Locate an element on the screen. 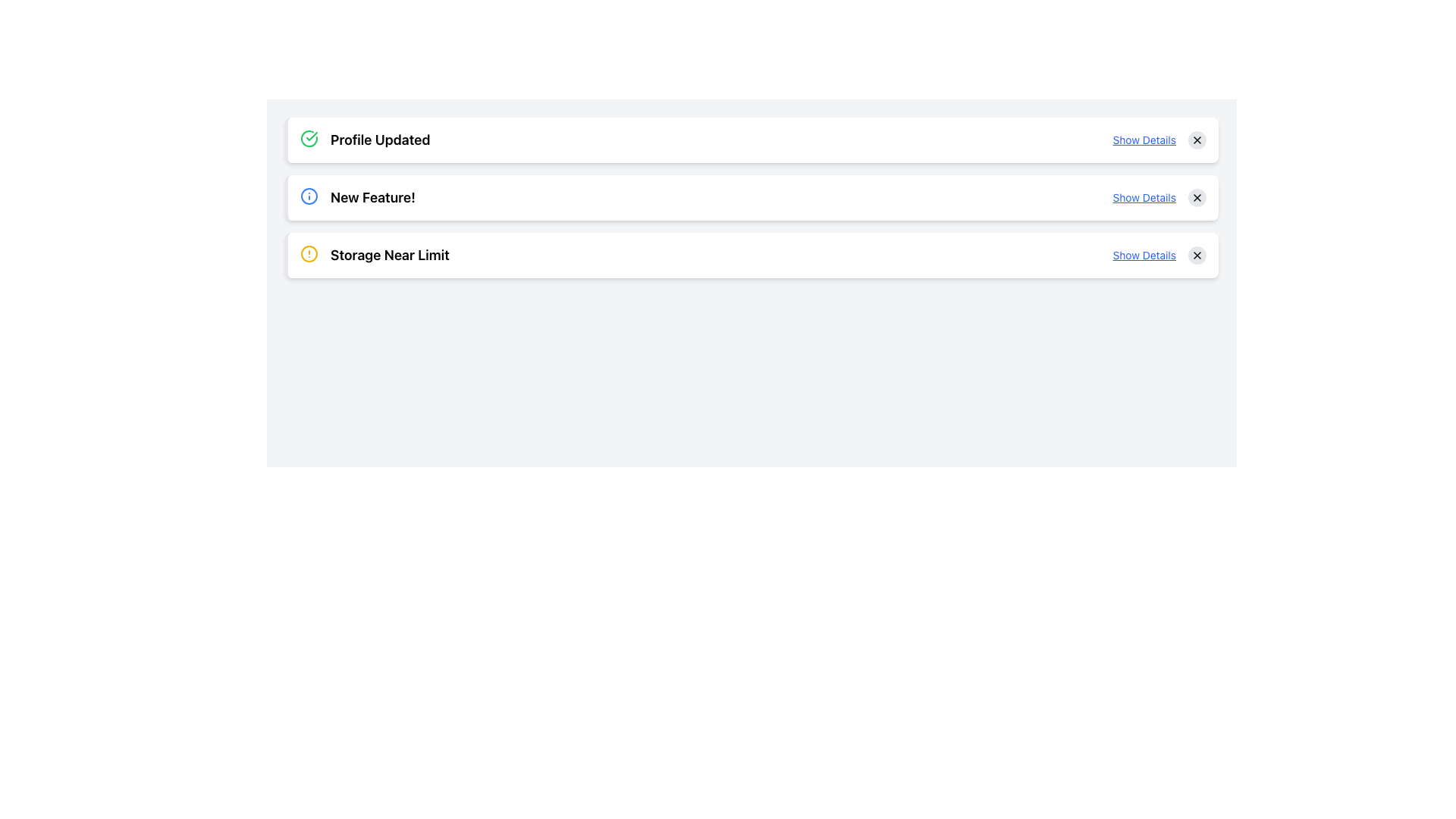  the success notification text label indicating that a profile update operation was successful, located near the top of the interface to the right of a green check-circle icon is located at coordinates (380, 140).